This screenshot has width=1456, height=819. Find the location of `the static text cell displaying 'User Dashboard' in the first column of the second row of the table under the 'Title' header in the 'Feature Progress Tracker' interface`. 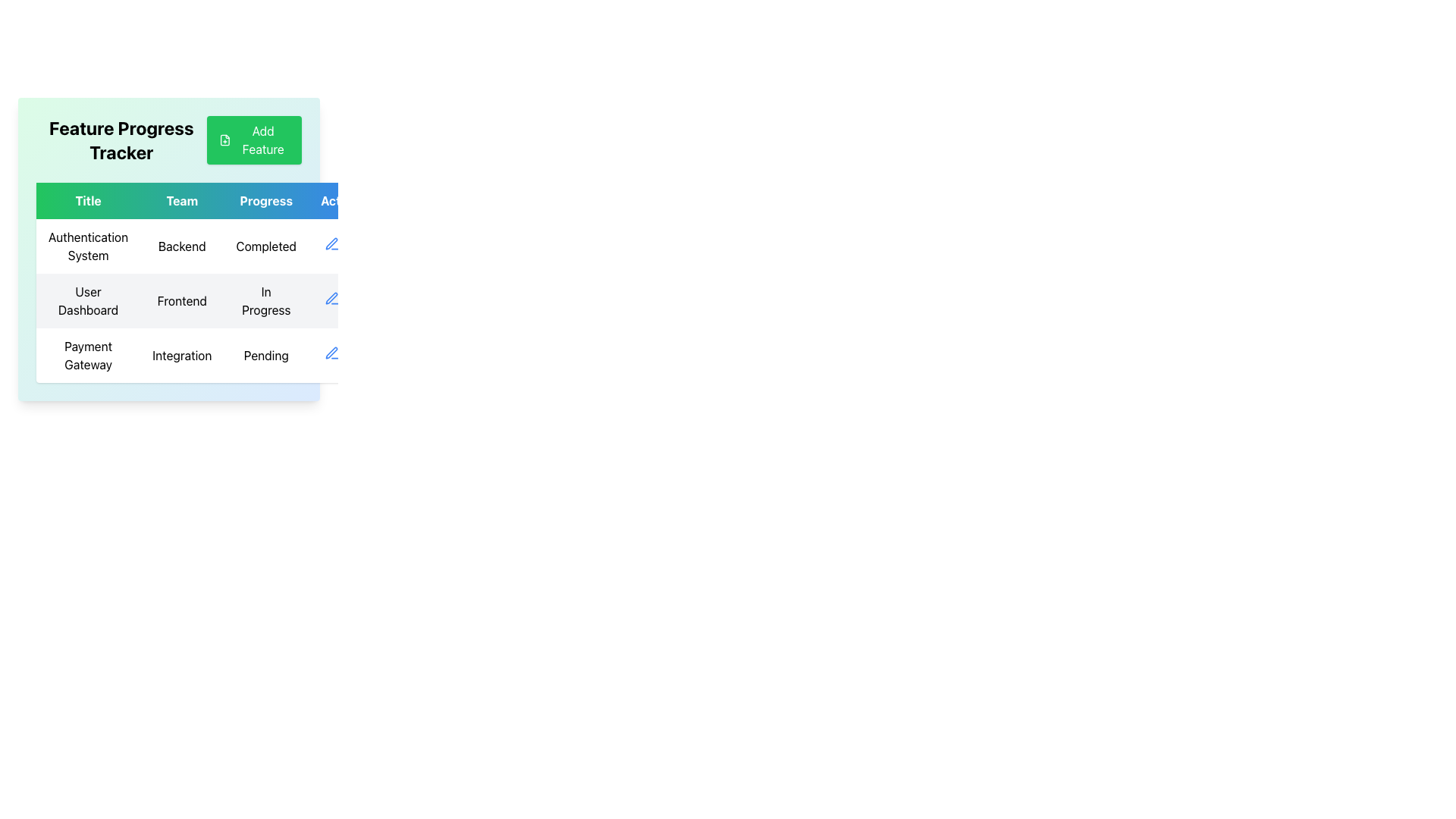

the static text cell displaying 'User Dashboard' in the first column of the second row of the table under the 'Title' header in the 'Feature Progress Tracker' interface is located at coordinates (87, 301).